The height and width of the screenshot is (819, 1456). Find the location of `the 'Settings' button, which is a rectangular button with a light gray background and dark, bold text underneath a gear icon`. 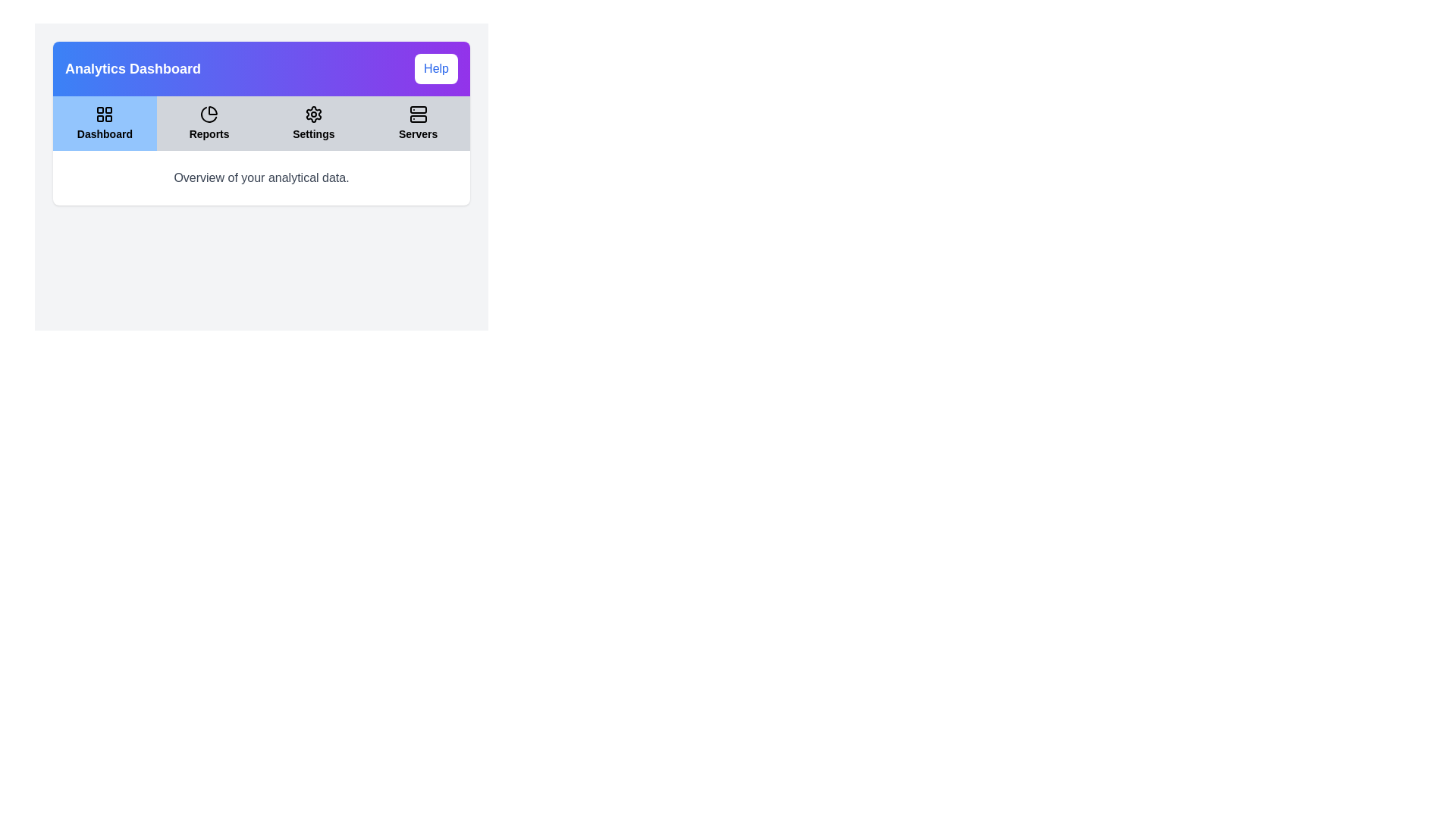

the 'Settings' button, which is a rectangular button with a light gray background and dark, bold text underneath a gear icon is located at coordinates (312, 122).